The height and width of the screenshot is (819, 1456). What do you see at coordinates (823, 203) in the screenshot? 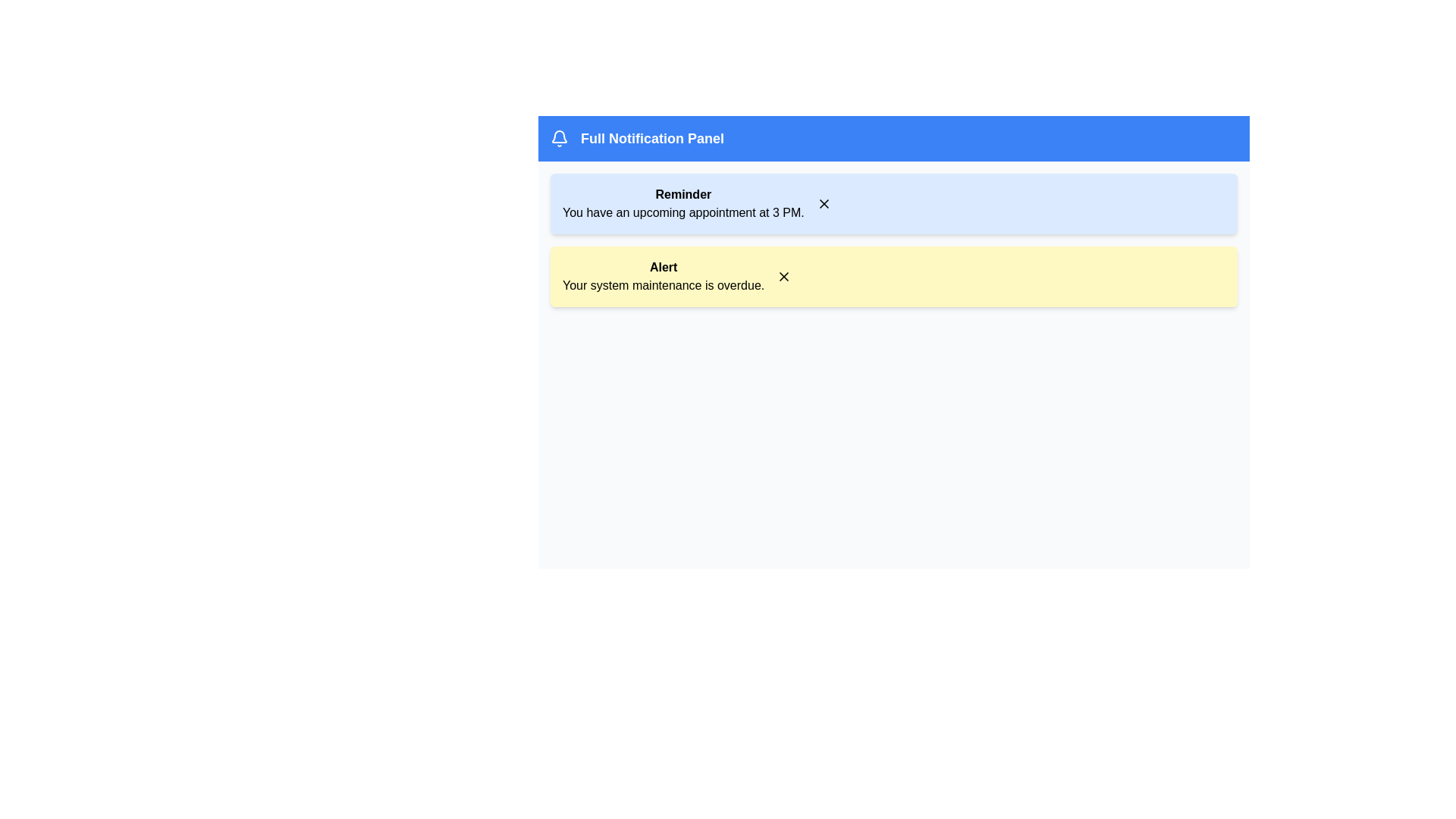
I see `the compact 'X' icon button located at the far-right corner of the blue 'Reminder' notification card` at bounding box center [823, 203].